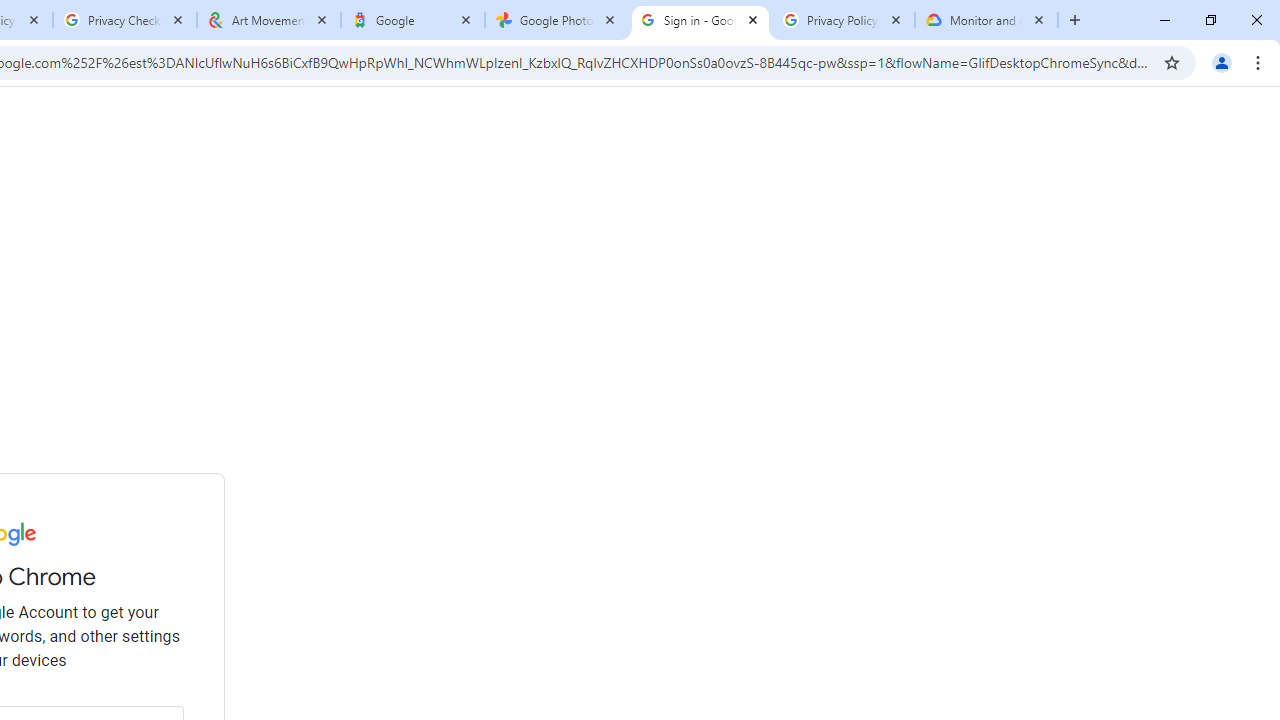 Image resolution: width=1280 pixels, height=720 pixels. Describe the element at coordinates (700, 20) in the screenshot. I see `'Sign in - Google Accounts'` at that location.